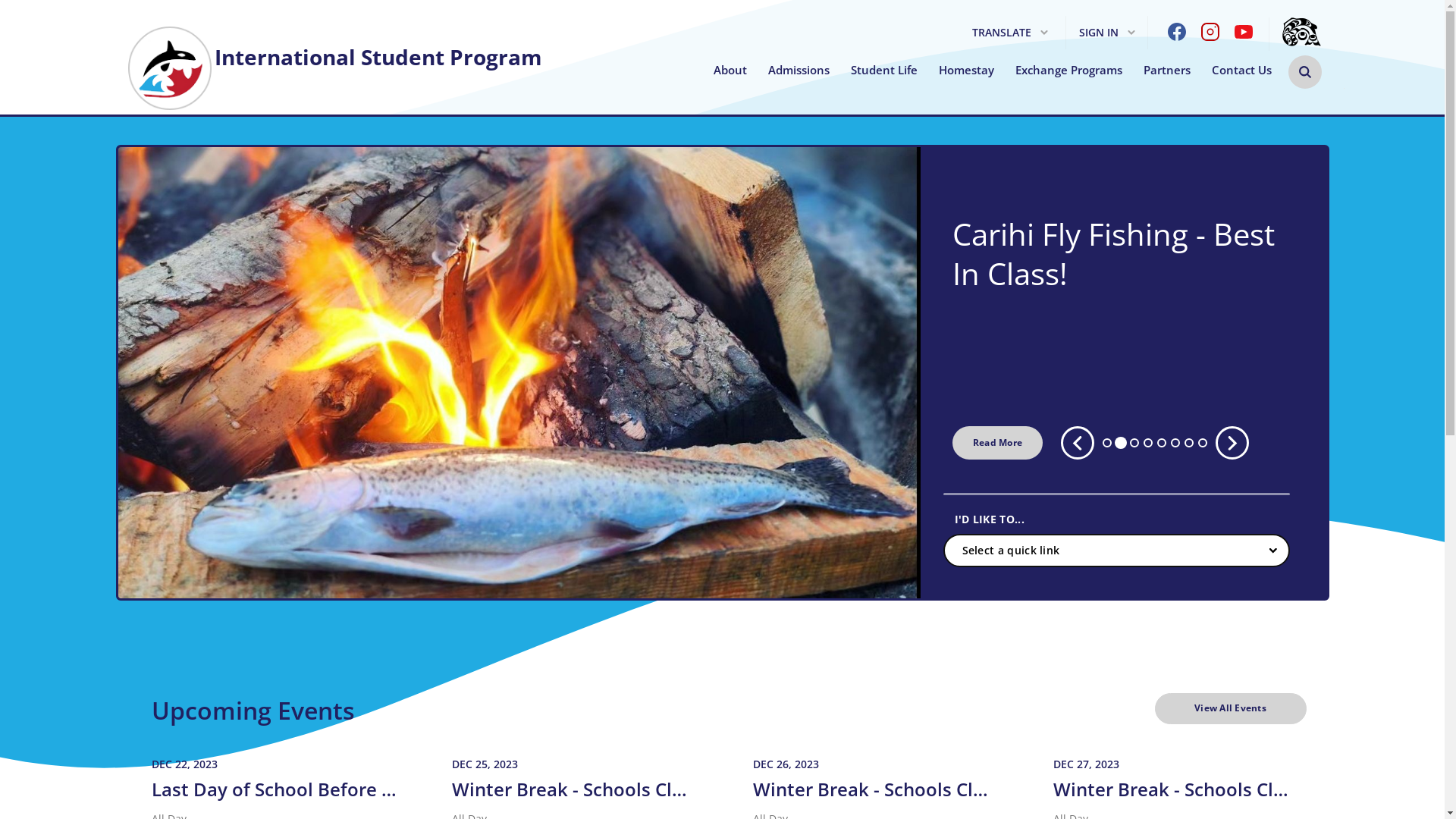 Image resolution: width=1456 pixels, height=819 pixels. I want to click on 'TRANSLATE', so click(1010, 33).